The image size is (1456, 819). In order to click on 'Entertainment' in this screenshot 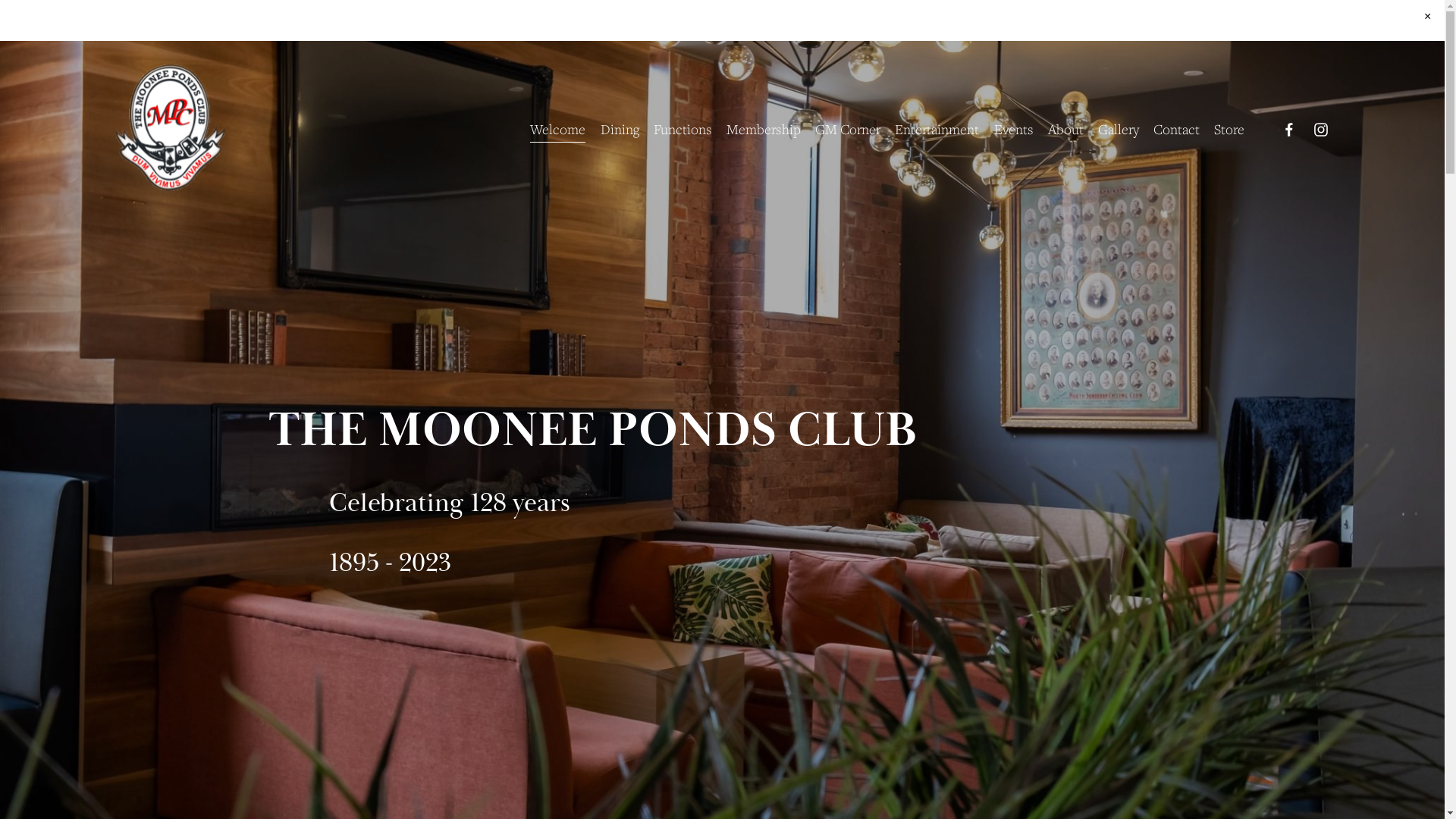, I will do `click(895, 128)`.